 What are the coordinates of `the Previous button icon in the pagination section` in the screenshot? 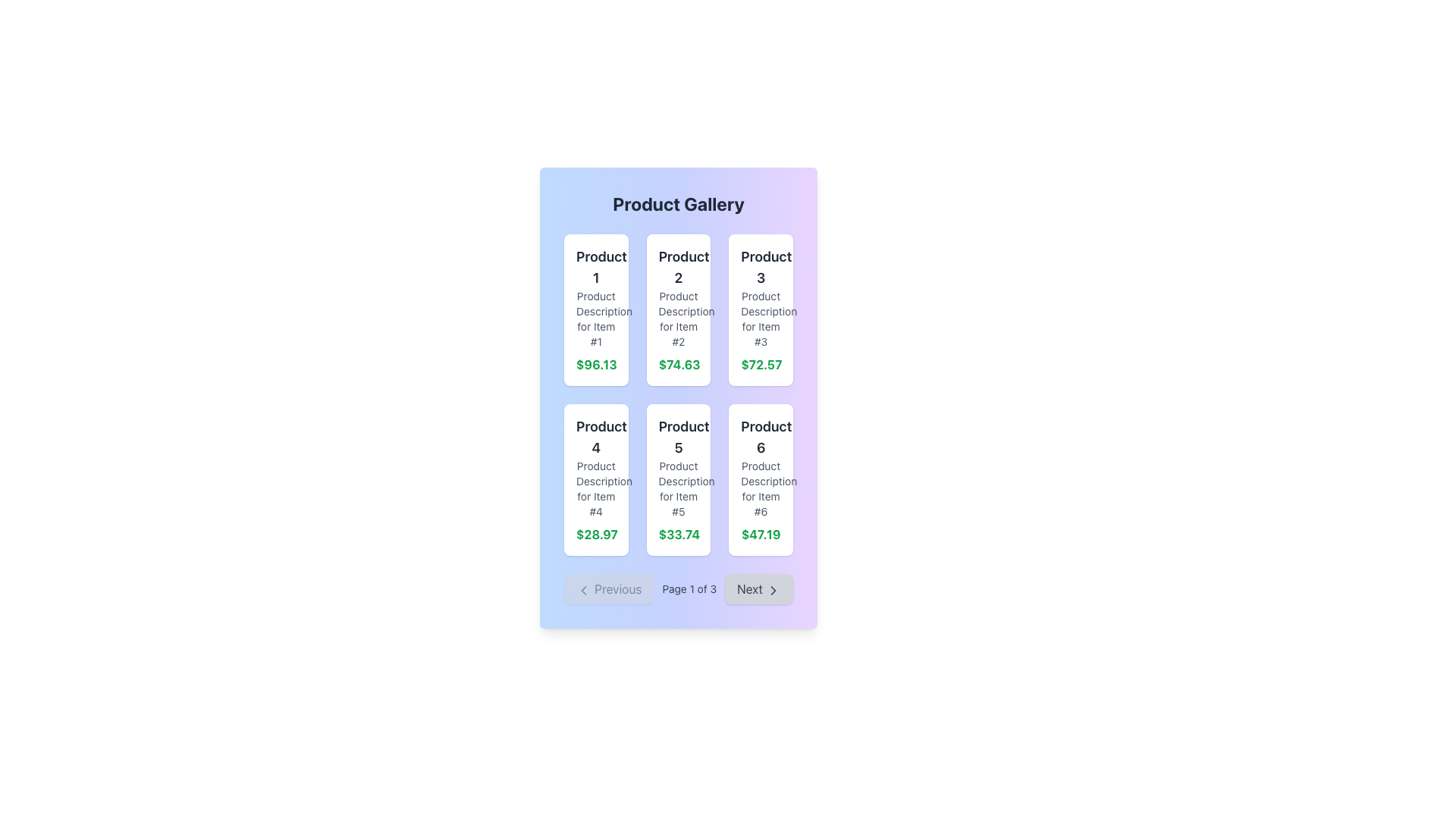 It's located at (582, 589).